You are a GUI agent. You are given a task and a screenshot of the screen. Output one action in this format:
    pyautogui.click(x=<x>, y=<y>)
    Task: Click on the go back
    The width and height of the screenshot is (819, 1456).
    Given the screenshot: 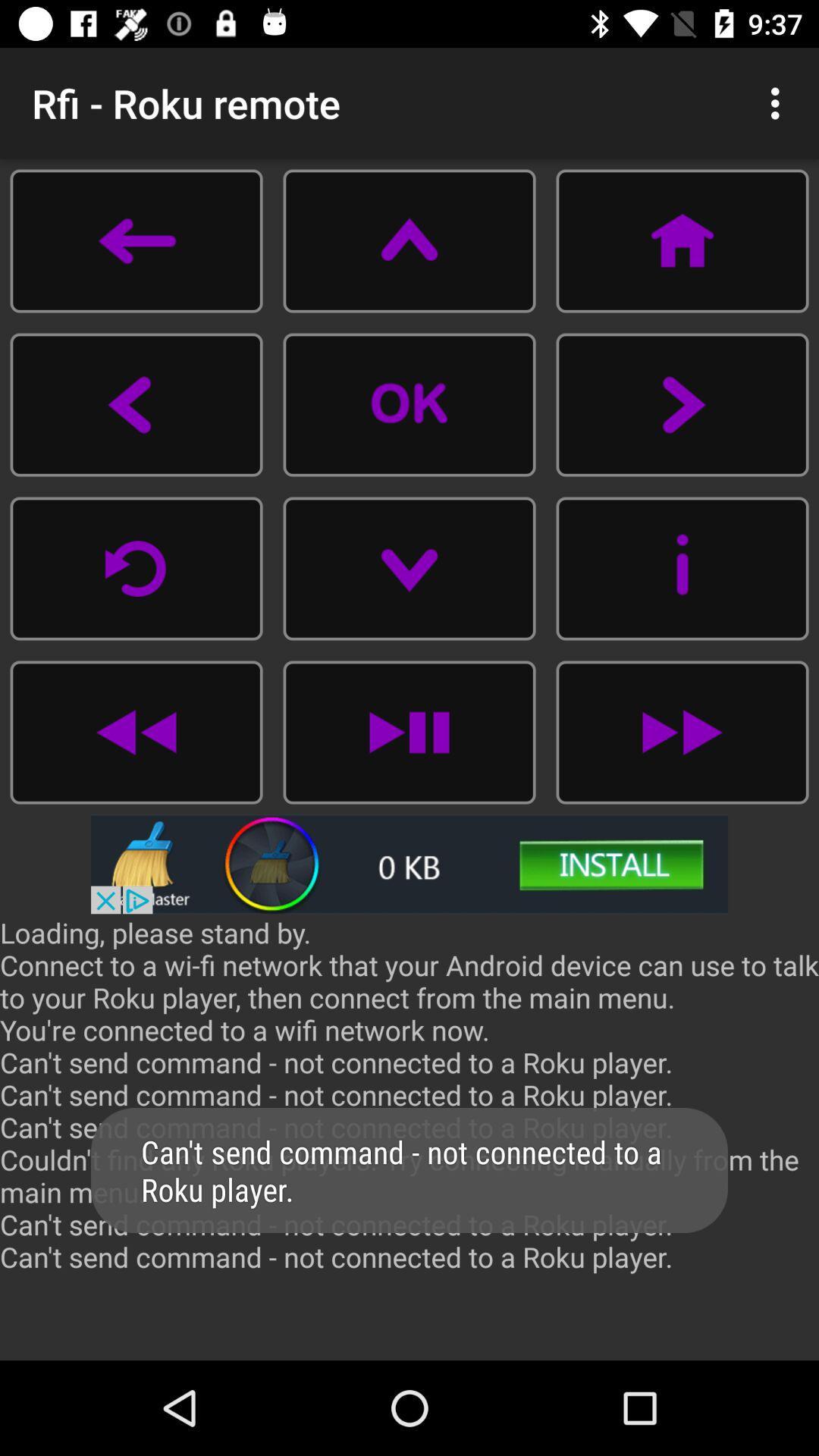 What is the action you would take?
    pyautogui.click(x=136, y=240)
    